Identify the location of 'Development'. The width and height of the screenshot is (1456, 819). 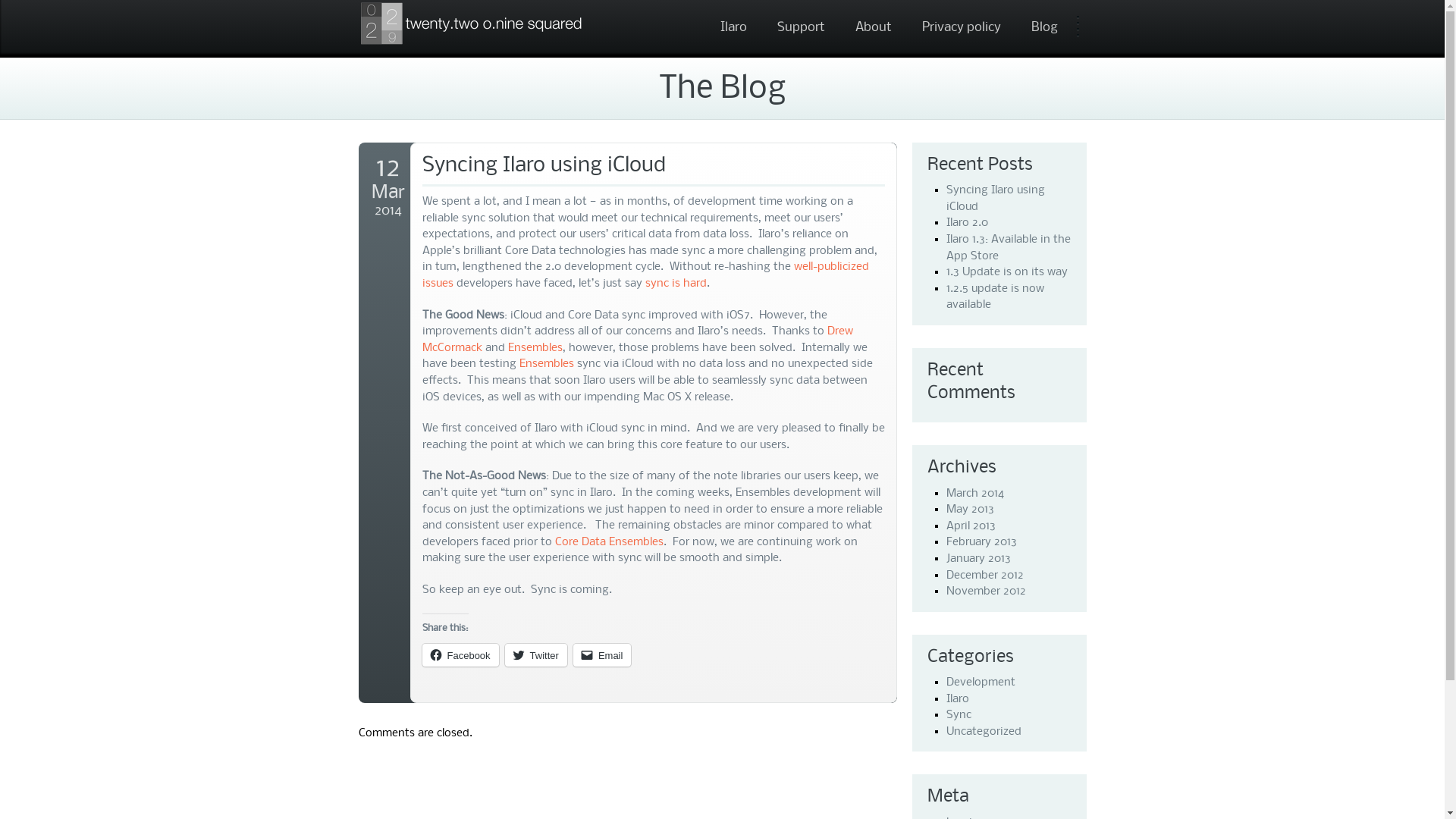
(981, 681).